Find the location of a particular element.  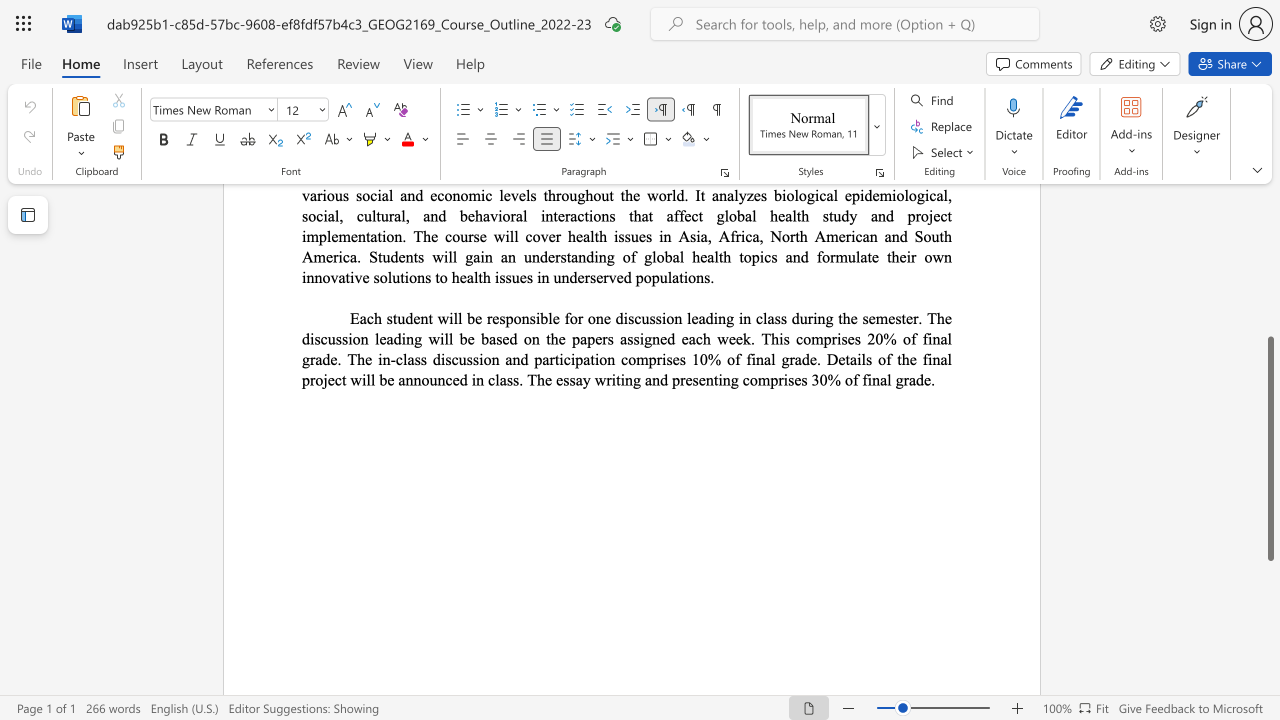

the scrollbar to scroll the page up is located at coordinates (1269, 310).